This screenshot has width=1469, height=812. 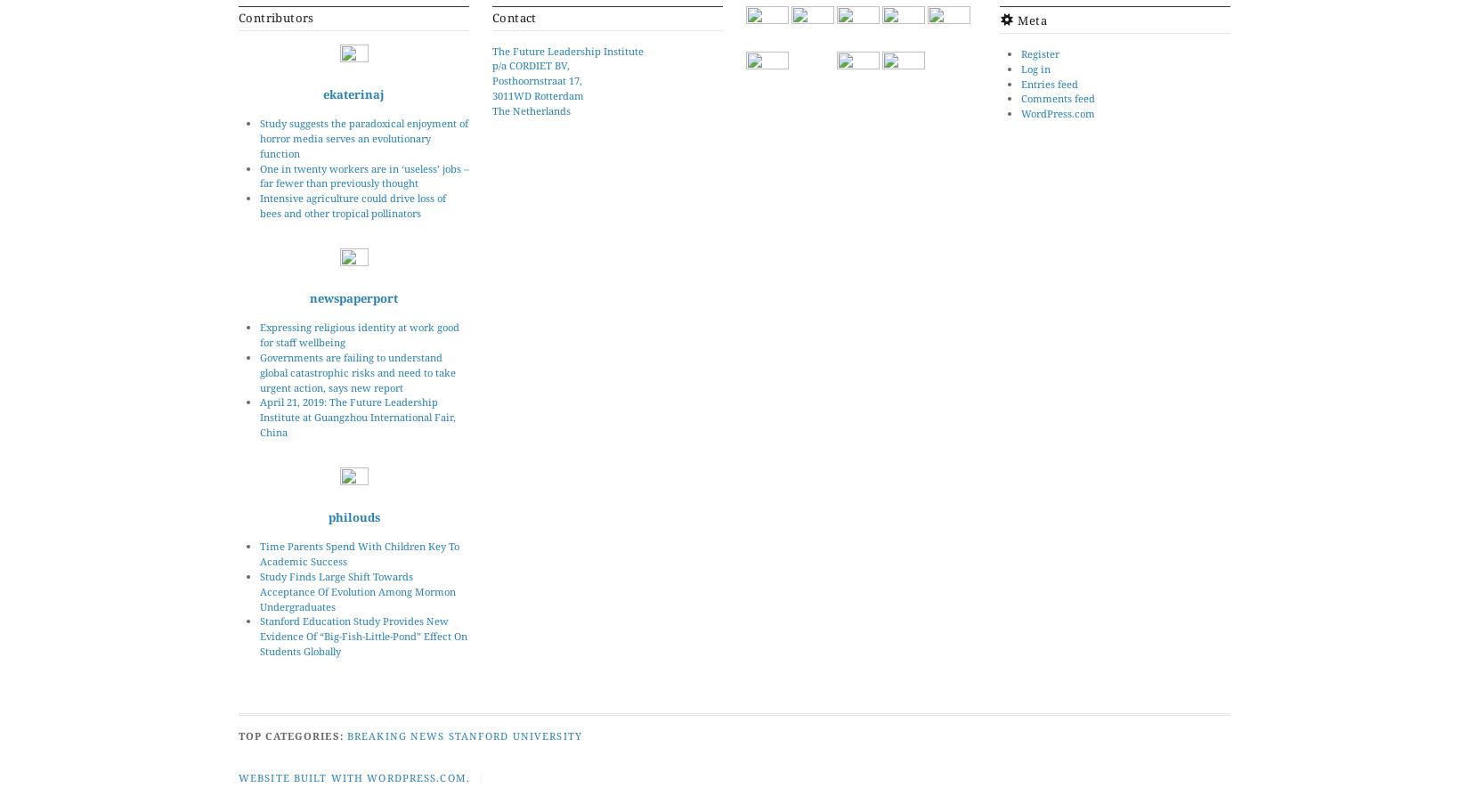 What do you see at coordinates (364, 138) in the screenshot?
I see `'Study suggests the paradoxical enjoyment of horror media serves an evolutionary function'` at bounding box center [364, 138].